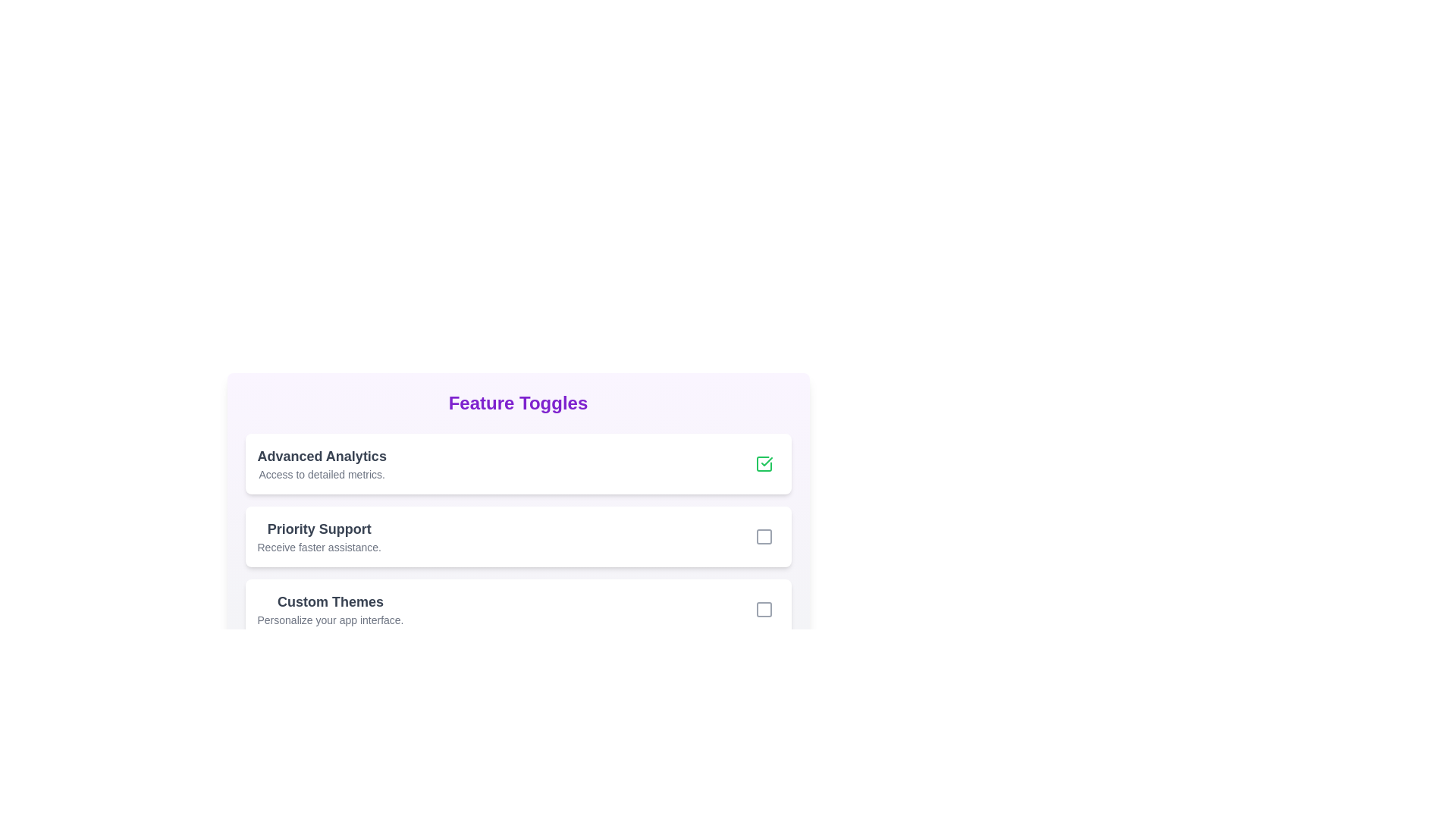 The image size is (1456, 819). Describe the element at coordinates (318, 536) in the screenshot. I see `the 'Priority Support' informational description text, which is the second option in a vertically stacked list of feature options, located below 'Advanced Analytics' and above 'Custom Themes.'` at that location.